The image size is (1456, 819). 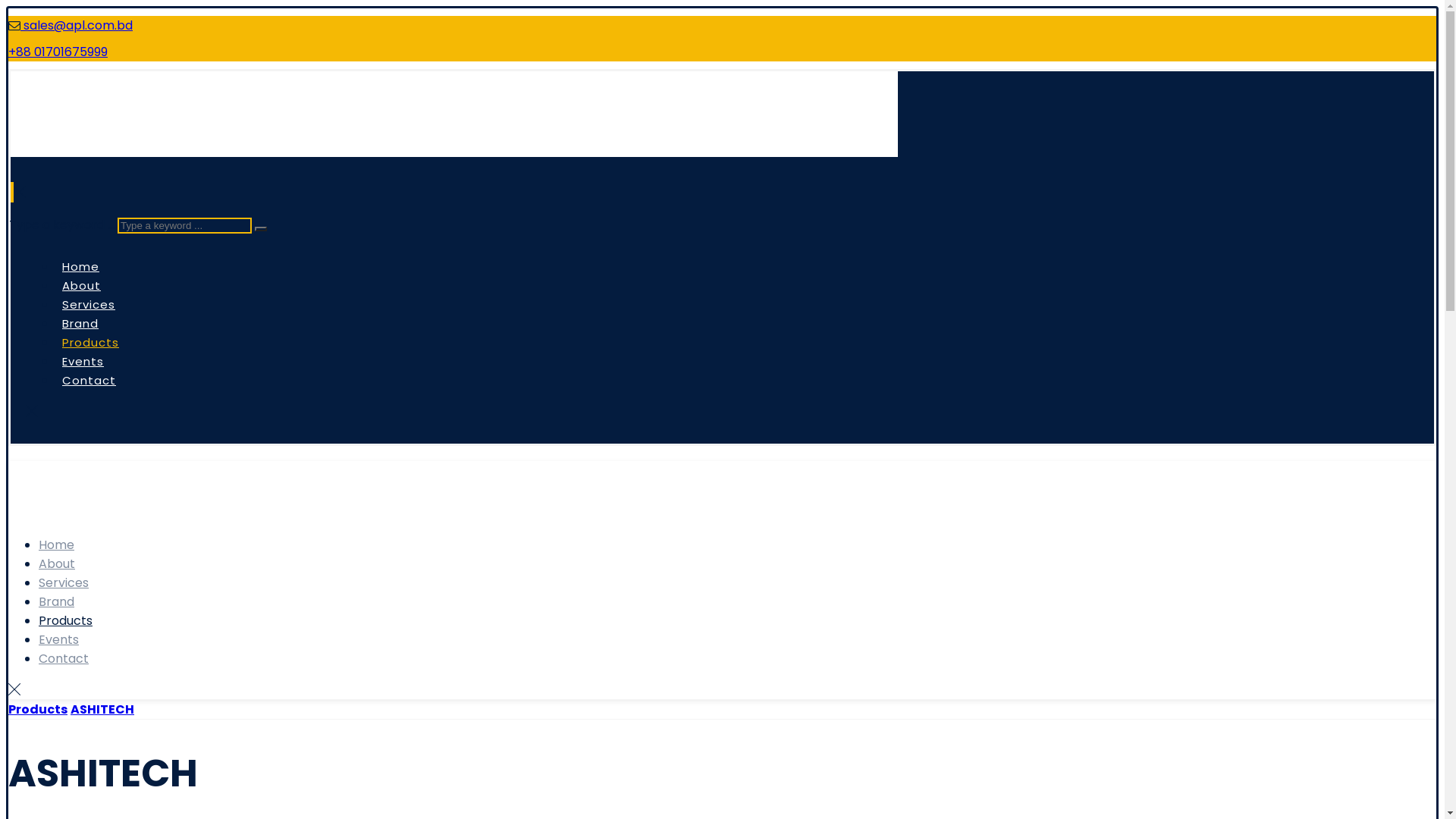 I want to click on 'Home', so click(x=56, y=544).